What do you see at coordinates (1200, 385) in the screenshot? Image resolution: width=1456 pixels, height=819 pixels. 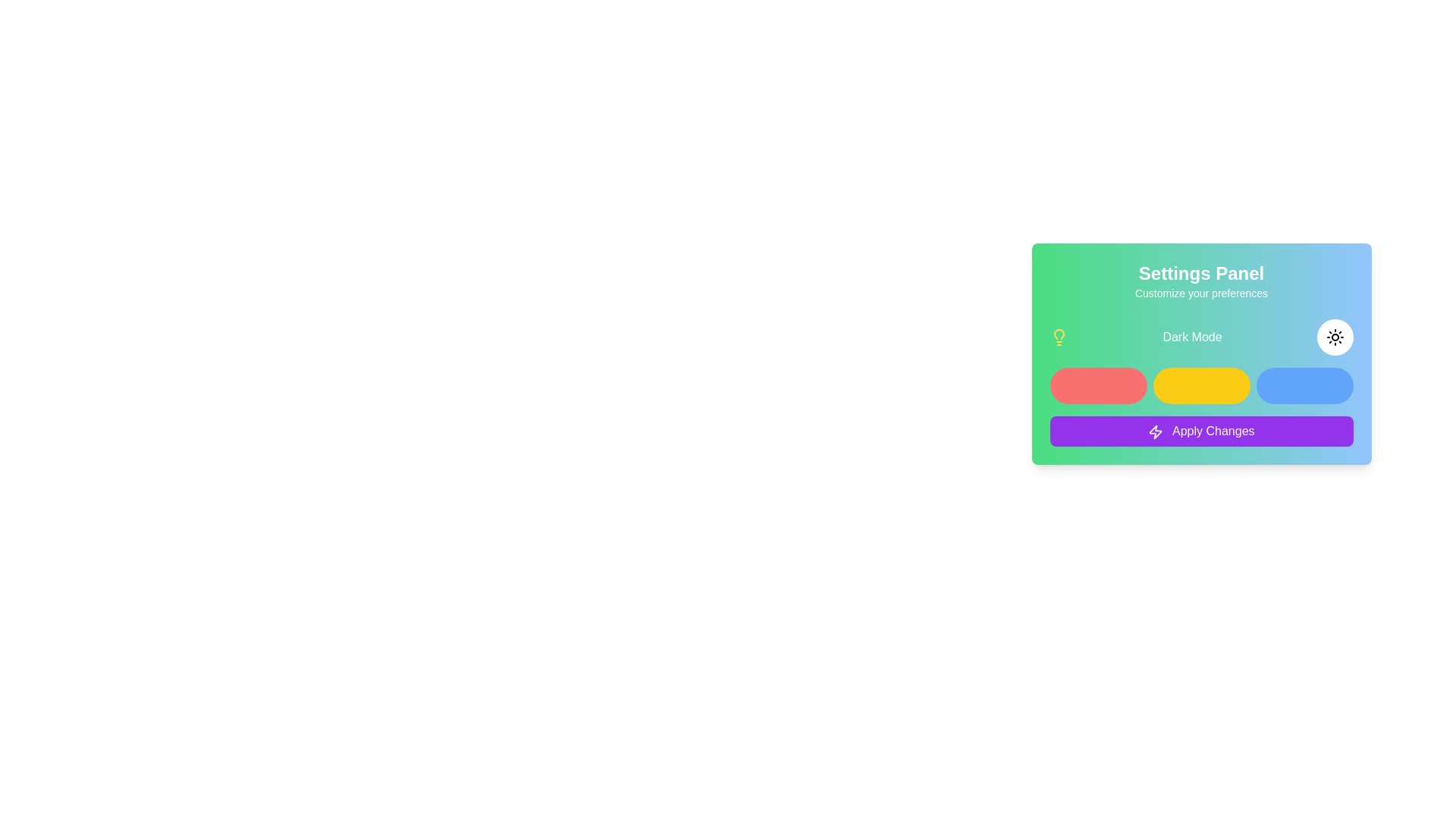 I see `the bright yellow rectangular button with rounded edges located in the center row of the settings panel, which is the second button among three` at bounding box center [1200, 385].